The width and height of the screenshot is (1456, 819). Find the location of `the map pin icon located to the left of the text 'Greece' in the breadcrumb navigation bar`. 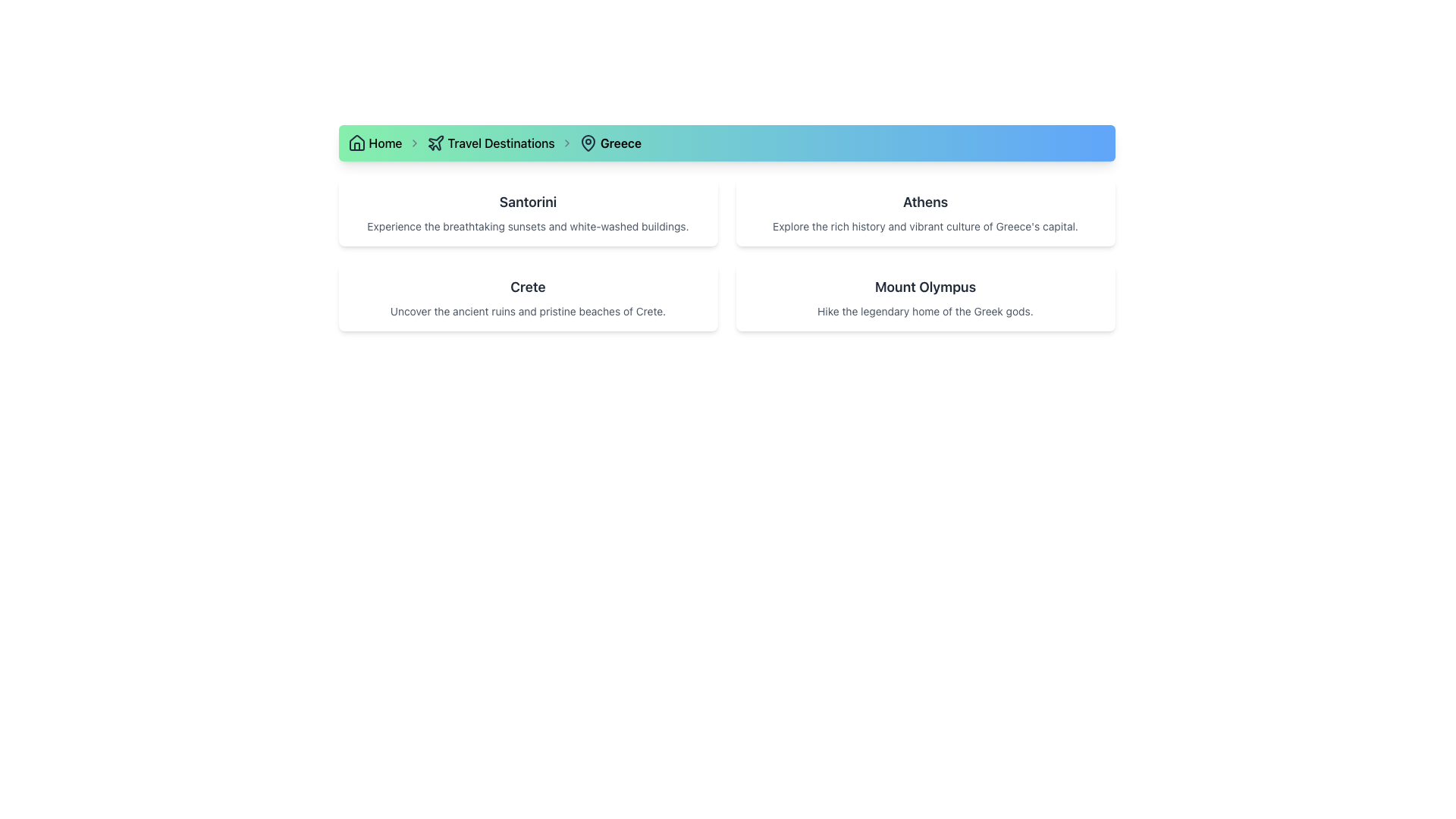

the map pin icon located to the left of the text 'Greece' in the breadcrumb navigation bar is located at coordinates (587, 143).